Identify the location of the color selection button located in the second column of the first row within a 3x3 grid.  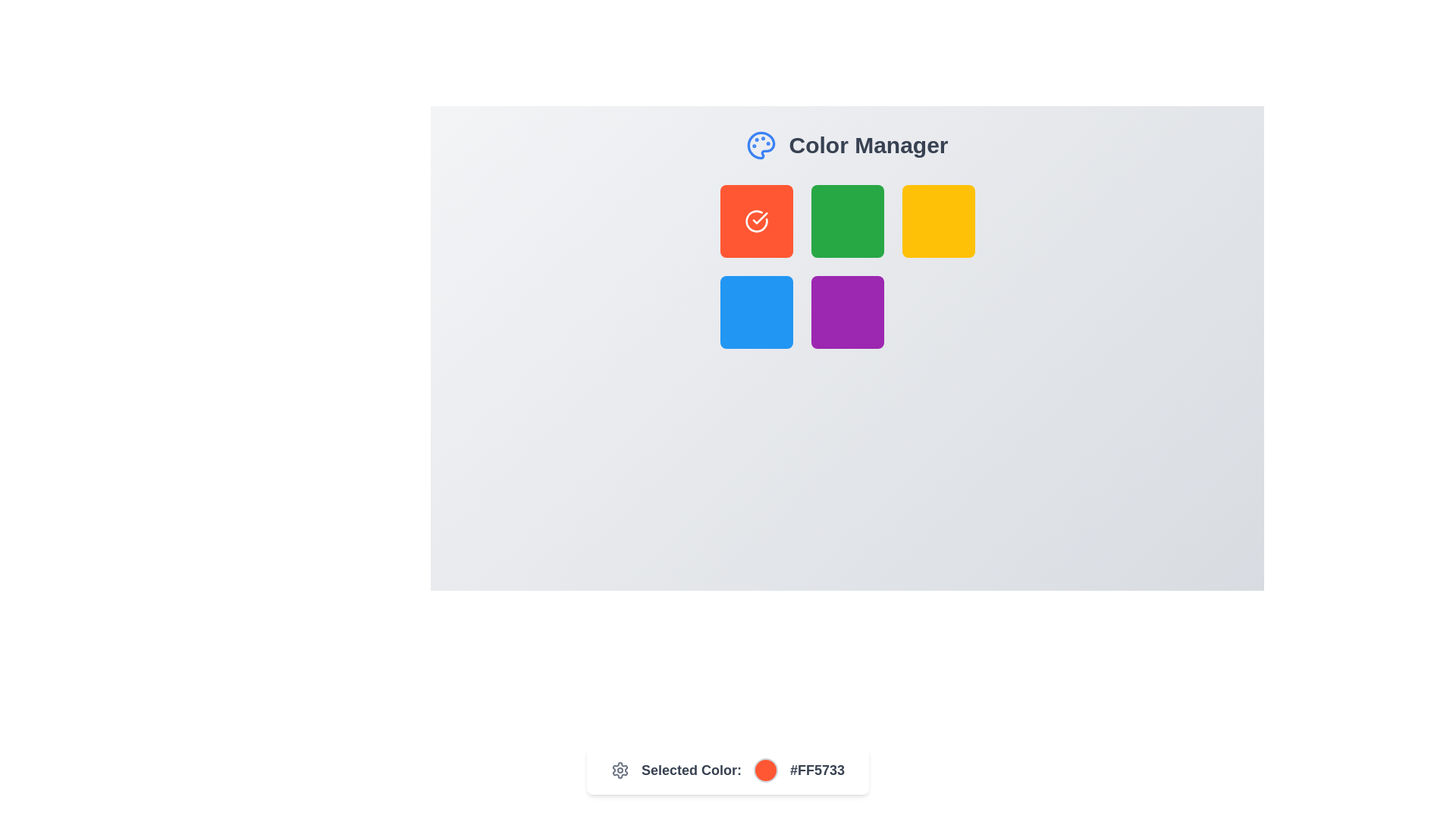
(846, 221).